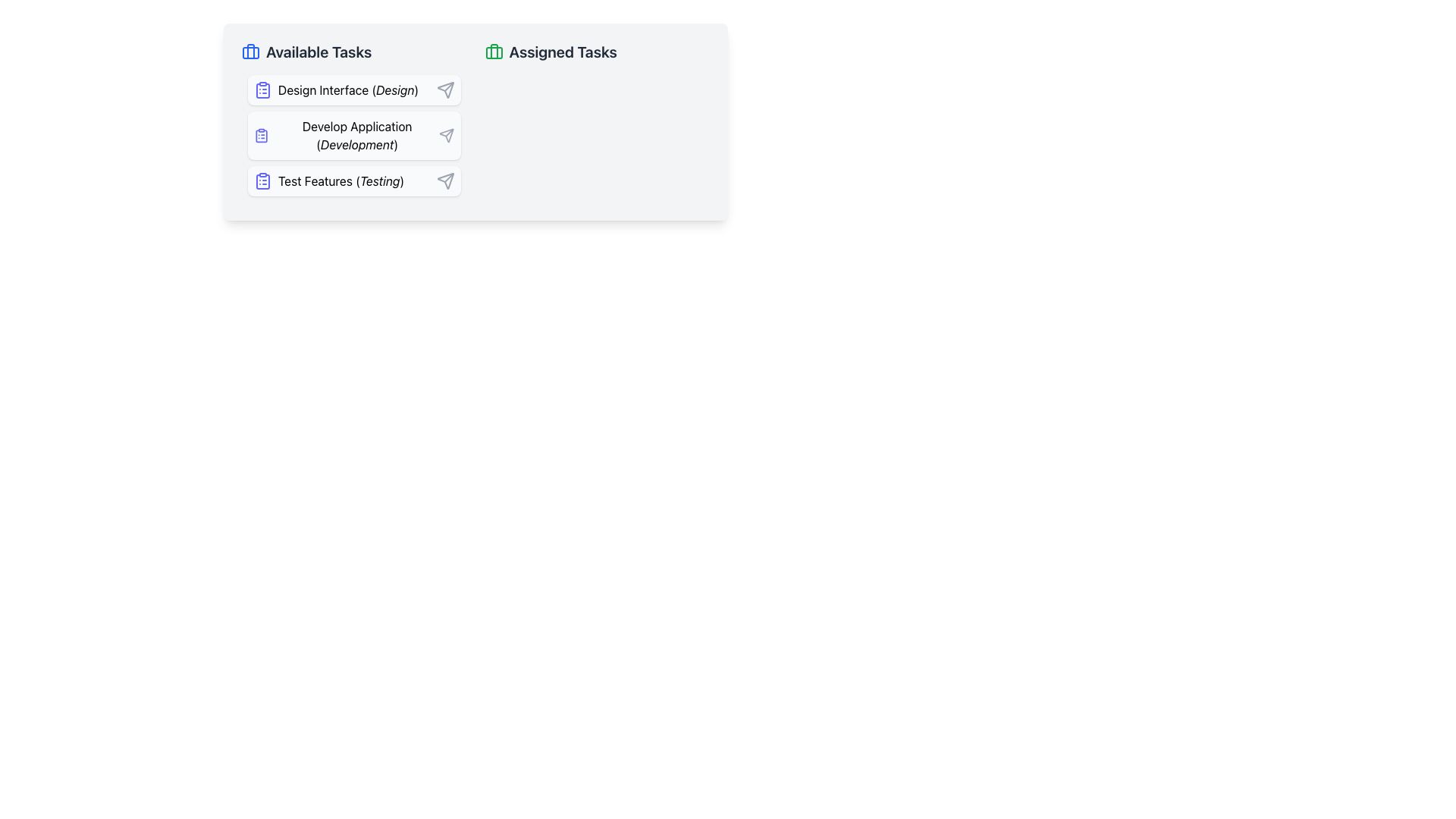 The width and height of the screenshot is (1456, 819). Describe the element at coordinates (262, 90) in the screenshot. I see `the task item icon representing 'Design Interface', which is the first item in the 'Available Tasks' section` at that location.